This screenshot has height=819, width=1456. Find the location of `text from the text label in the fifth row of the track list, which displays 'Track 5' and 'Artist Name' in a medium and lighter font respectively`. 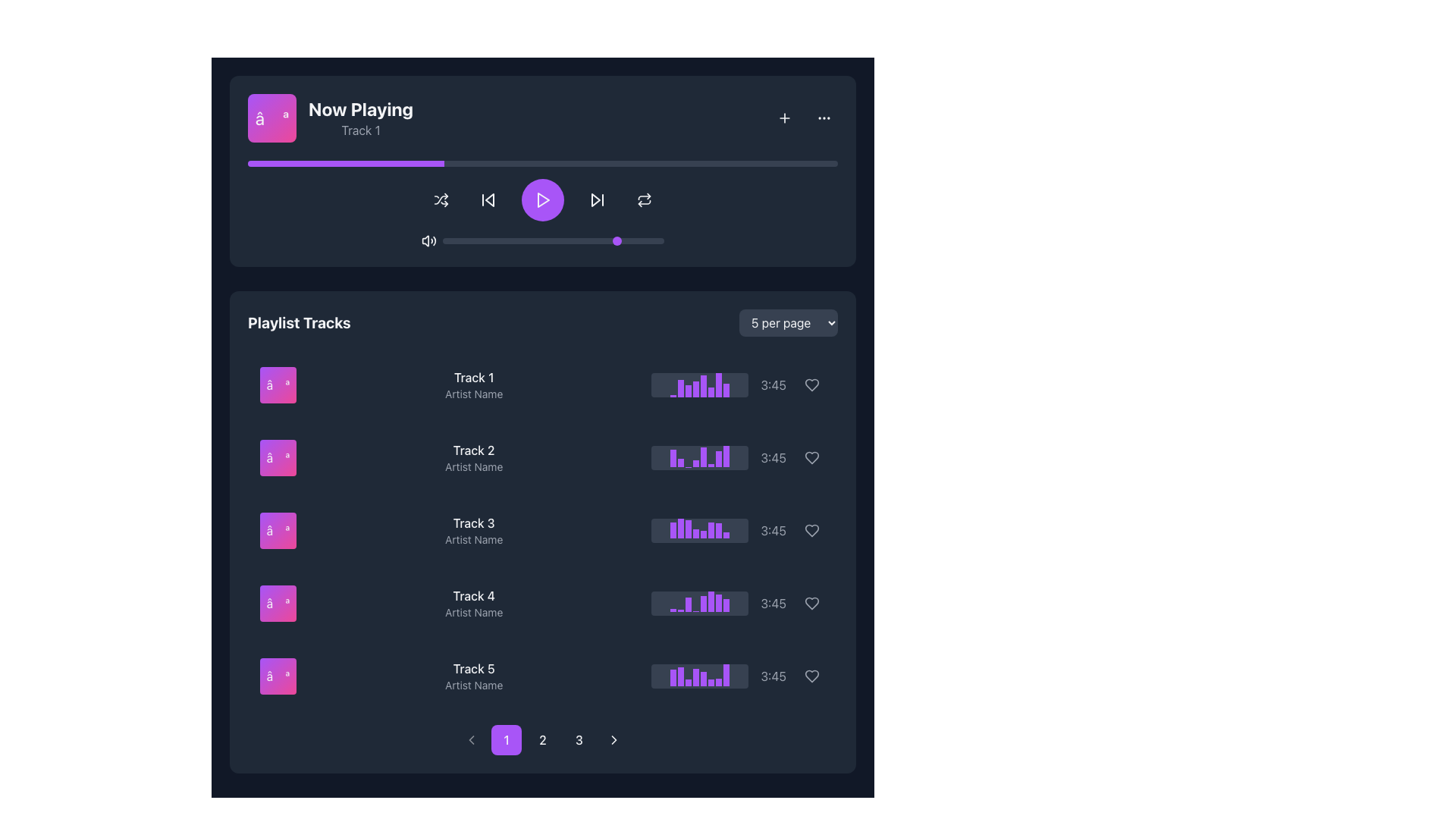

text from the text label in the fifth row of the track list, which displays 'Track 5' and 'Artist Name' in a medium and lighter font respectively is located at coordinates (473, 675).